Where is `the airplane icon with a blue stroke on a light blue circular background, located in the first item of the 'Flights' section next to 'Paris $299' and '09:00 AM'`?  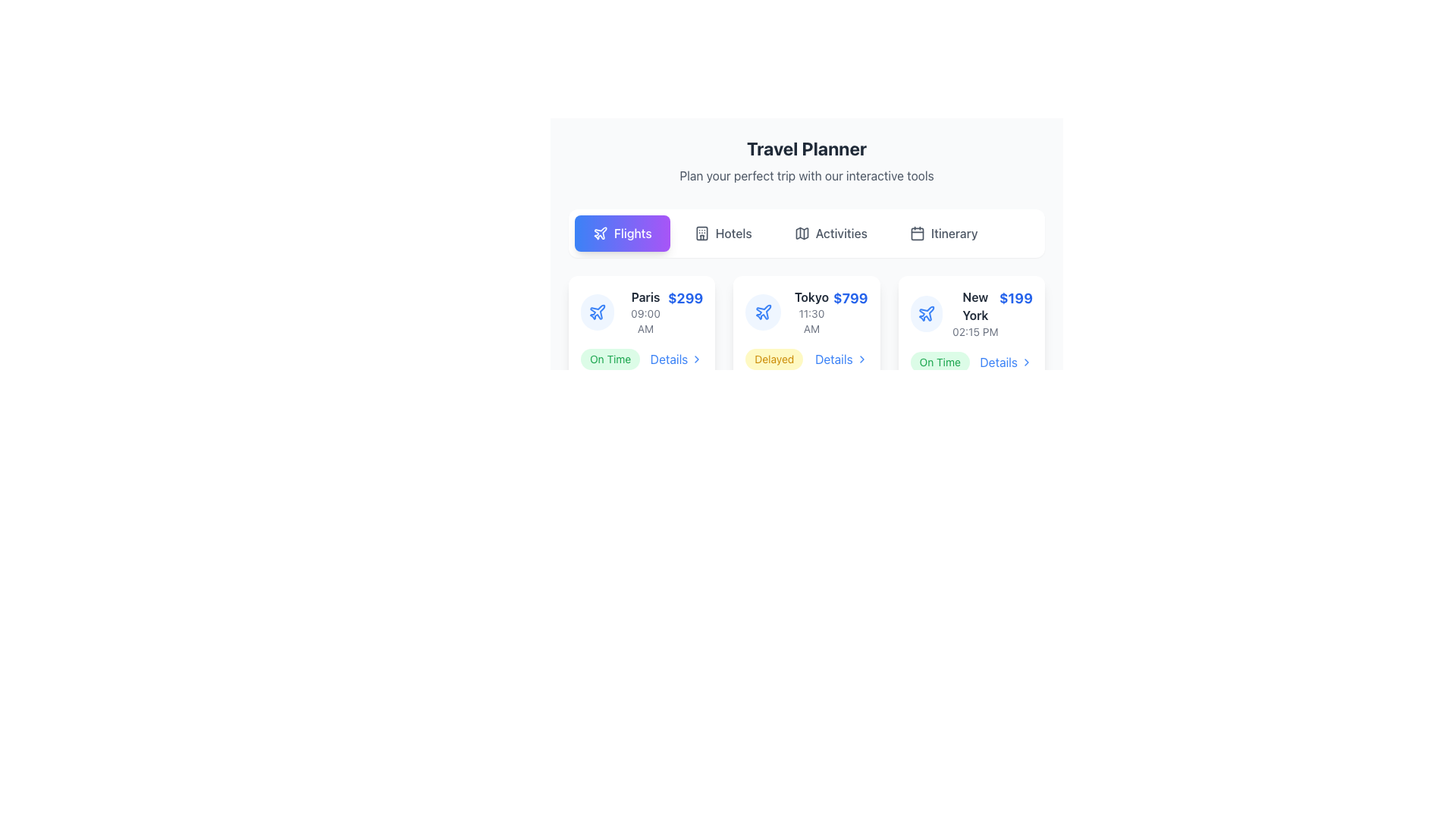
the airplane icon with a blue stroke on a light blue circular background, located in the first item of the 'Flights' section next to 'Paris $299' and '09:00 AM' is located at coordinates (596, 312).